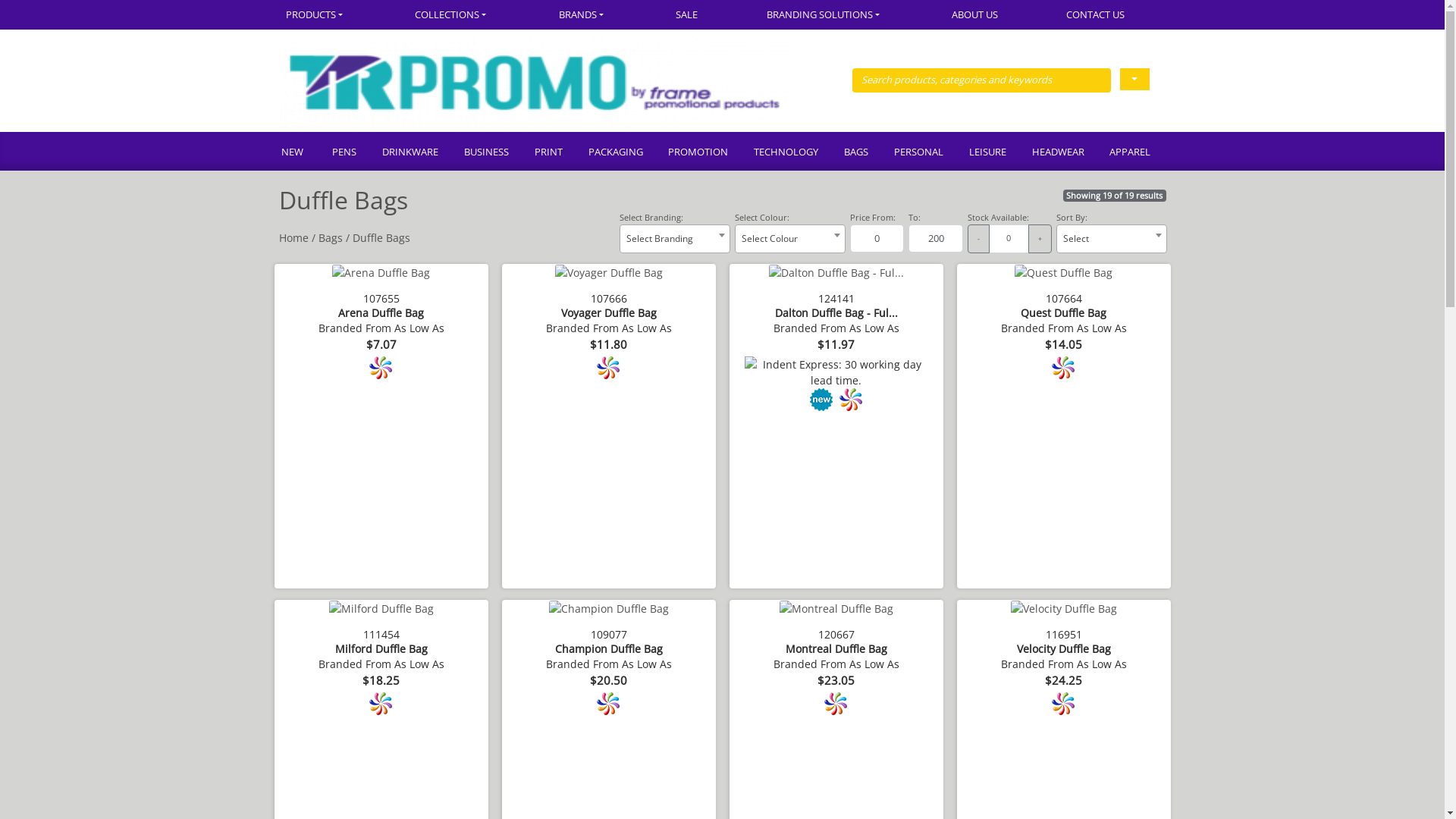 The height and width of the screenshot is (819, 1456). Describe the element at coordinates (293, 237) in the screenshot. I see `'Home'` at that location.